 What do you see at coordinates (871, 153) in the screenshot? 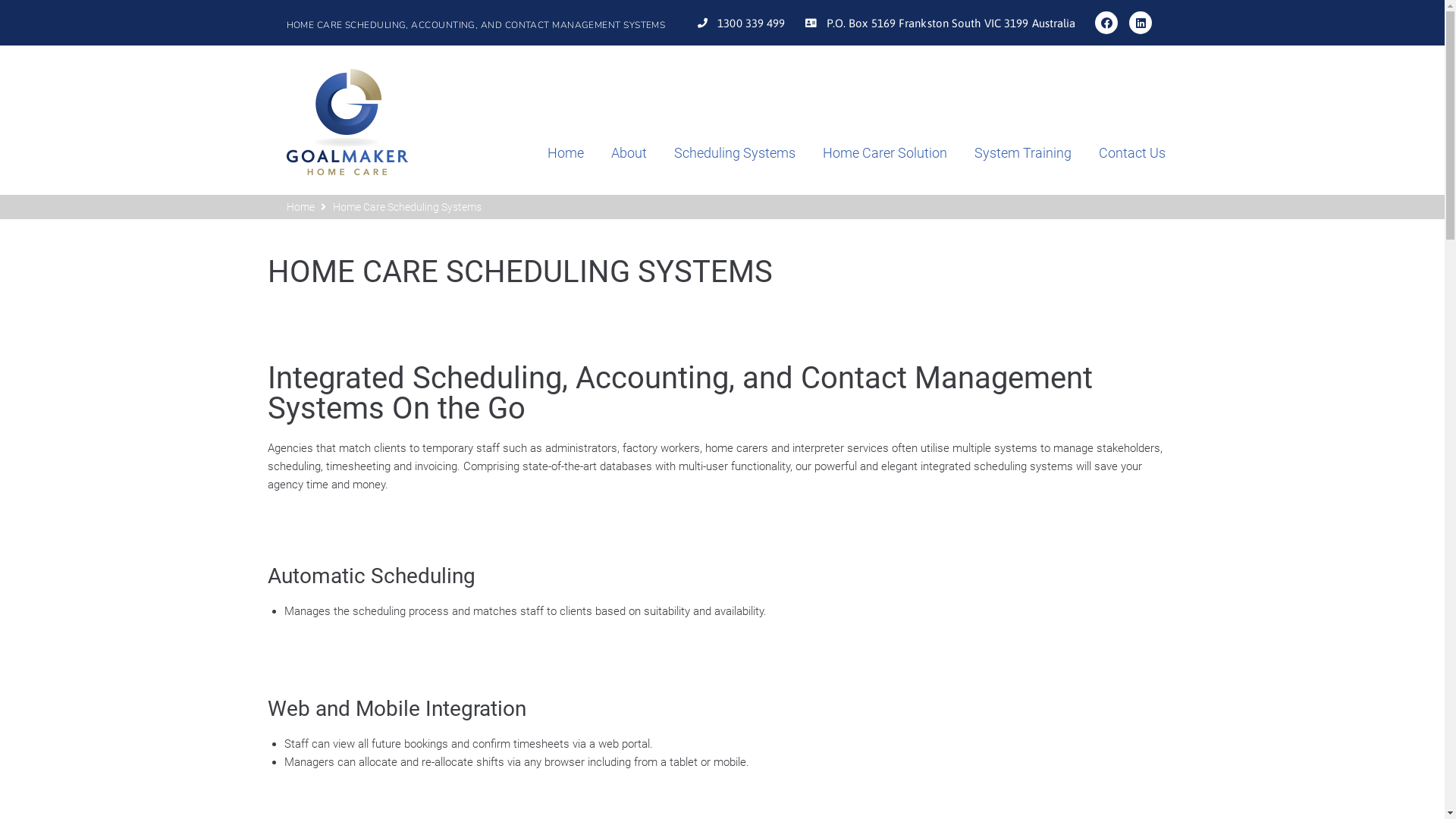
I see `'Home Carer Solution'` at bounding box center [871, 153].